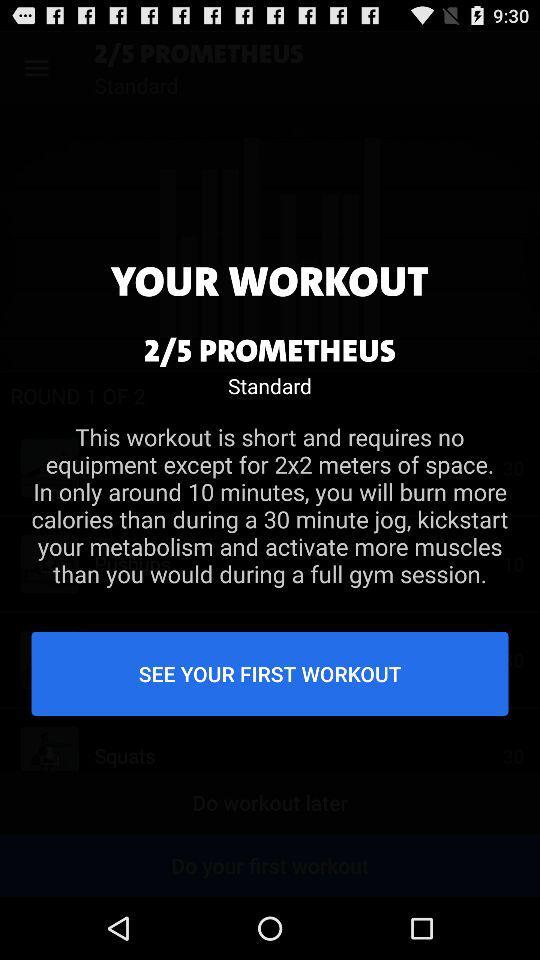 This screenshot has width=540, height=960. What do you see at coordinates (270, 673) in the screenshot?
I see `item at the bottom` at bounding box center [270, 673].